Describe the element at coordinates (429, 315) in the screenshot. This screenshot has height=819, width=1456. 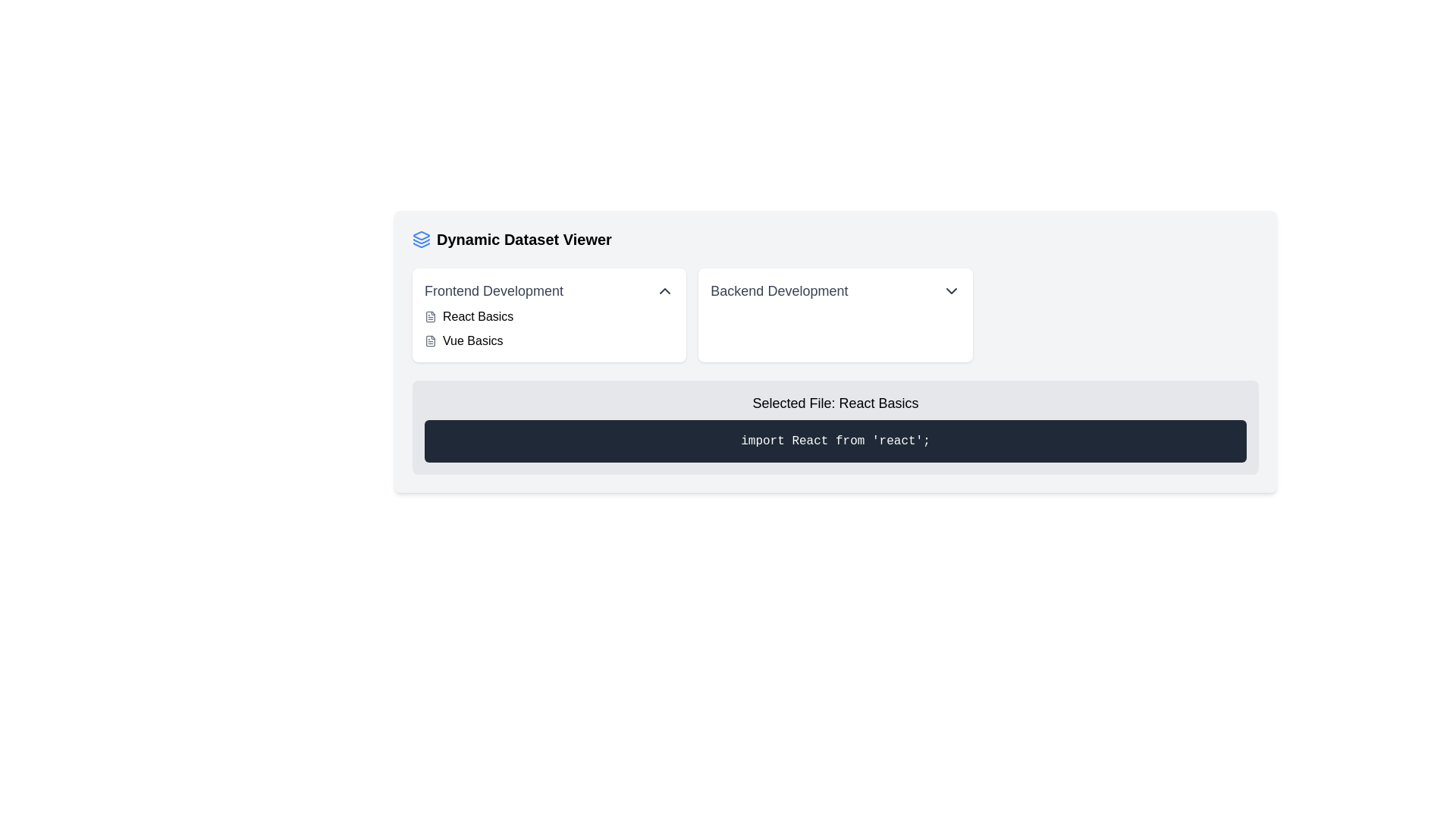
I see `the document icon located directly to the left of the 'React Basics' text under the 'Frontend Development' category` at that location.